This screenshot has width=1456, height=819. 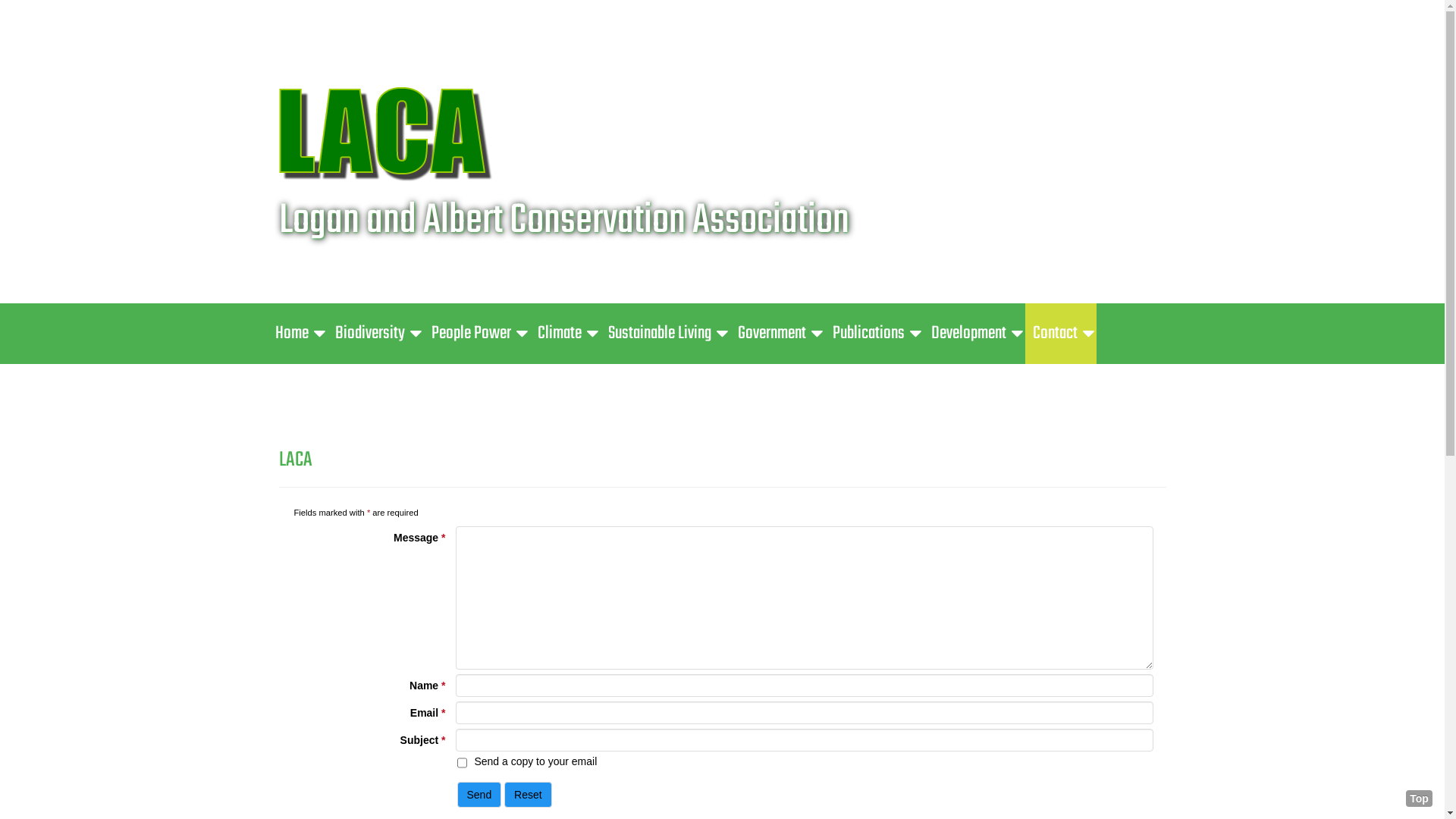 What do you see at coordinates (528, 794) in the screenshot?
I see `'Reset'` at bounding box center [528, 794].